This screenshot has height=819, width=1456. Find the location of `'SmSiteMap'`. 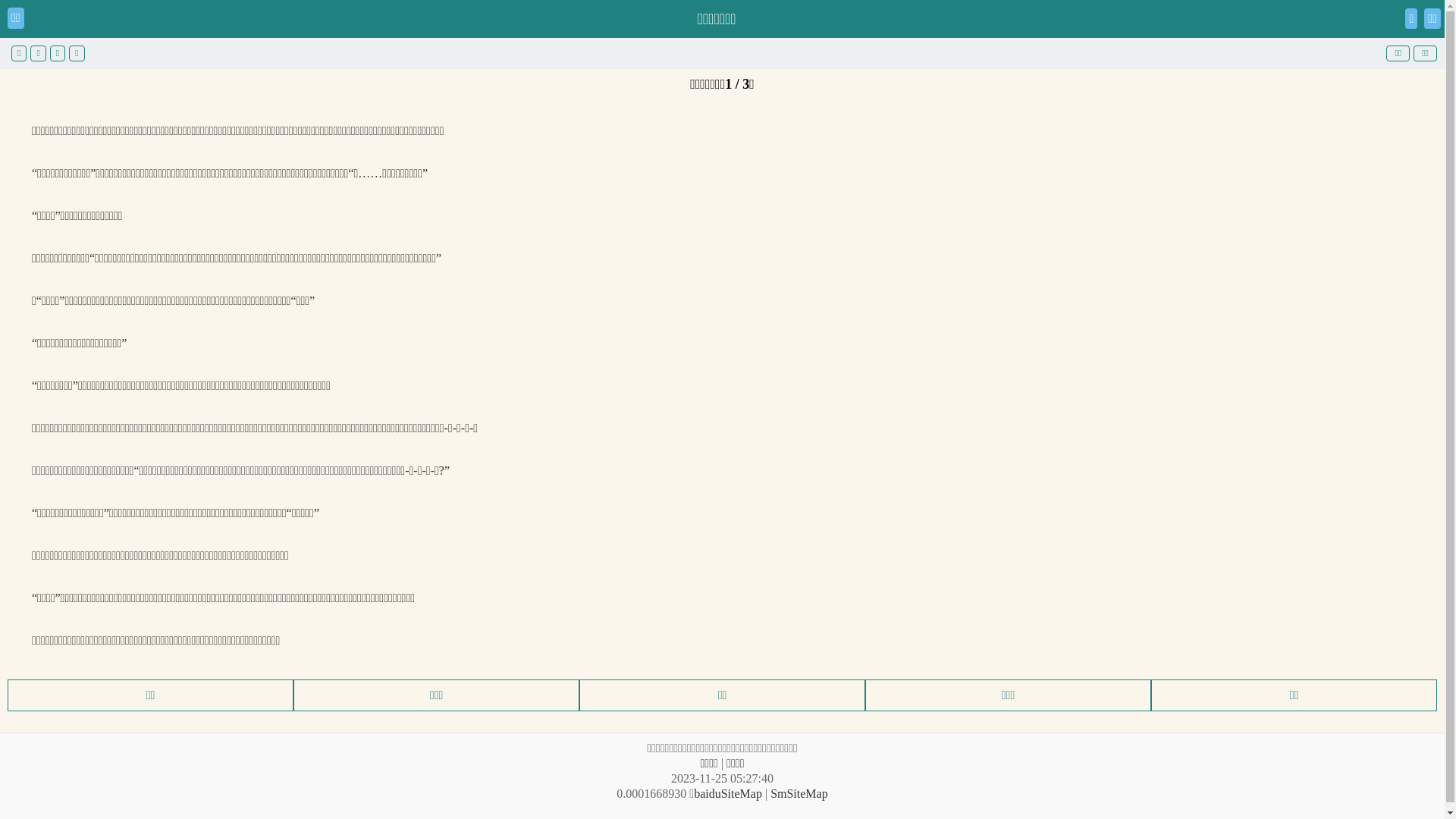

'SmSiteMap' is located at coordinates (799, 792).